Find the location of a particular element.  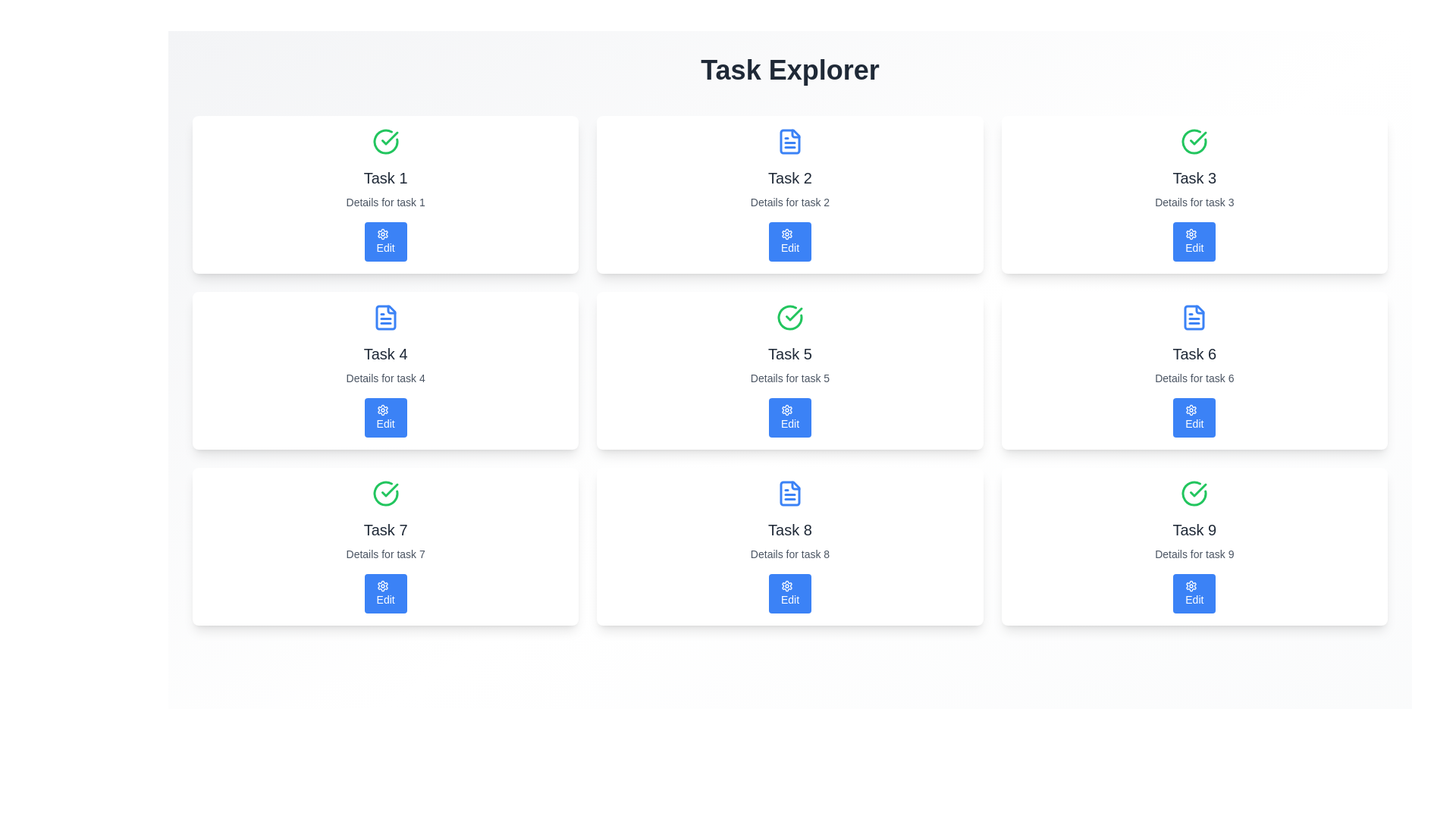

the non-interactive title text label for 'Task 7' located in the third row and first column of the grid layout under the 'Task Explorer' heading is located at coordinates (385, 529).